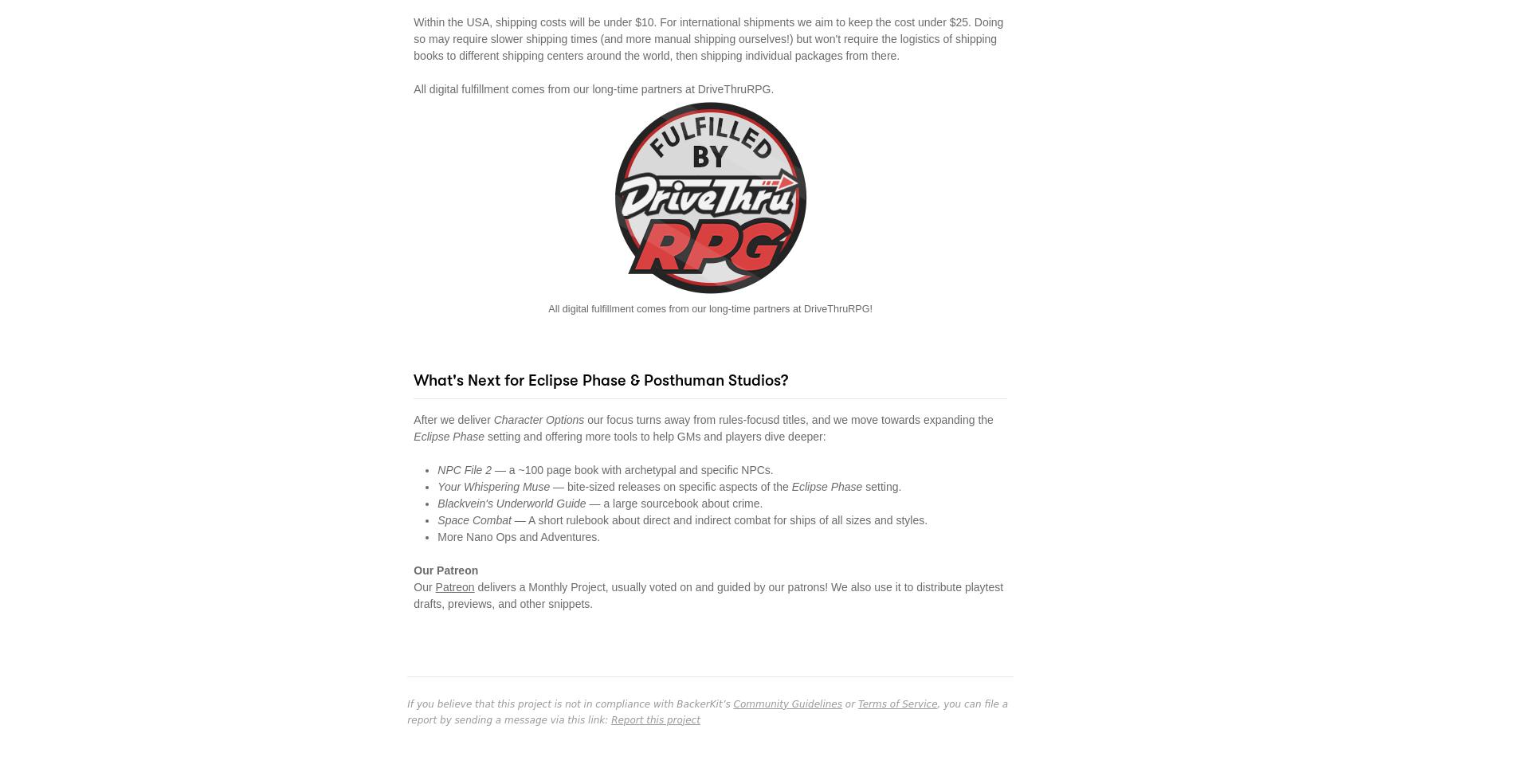  I want to click on 'Space Combat', so click(474, 519).